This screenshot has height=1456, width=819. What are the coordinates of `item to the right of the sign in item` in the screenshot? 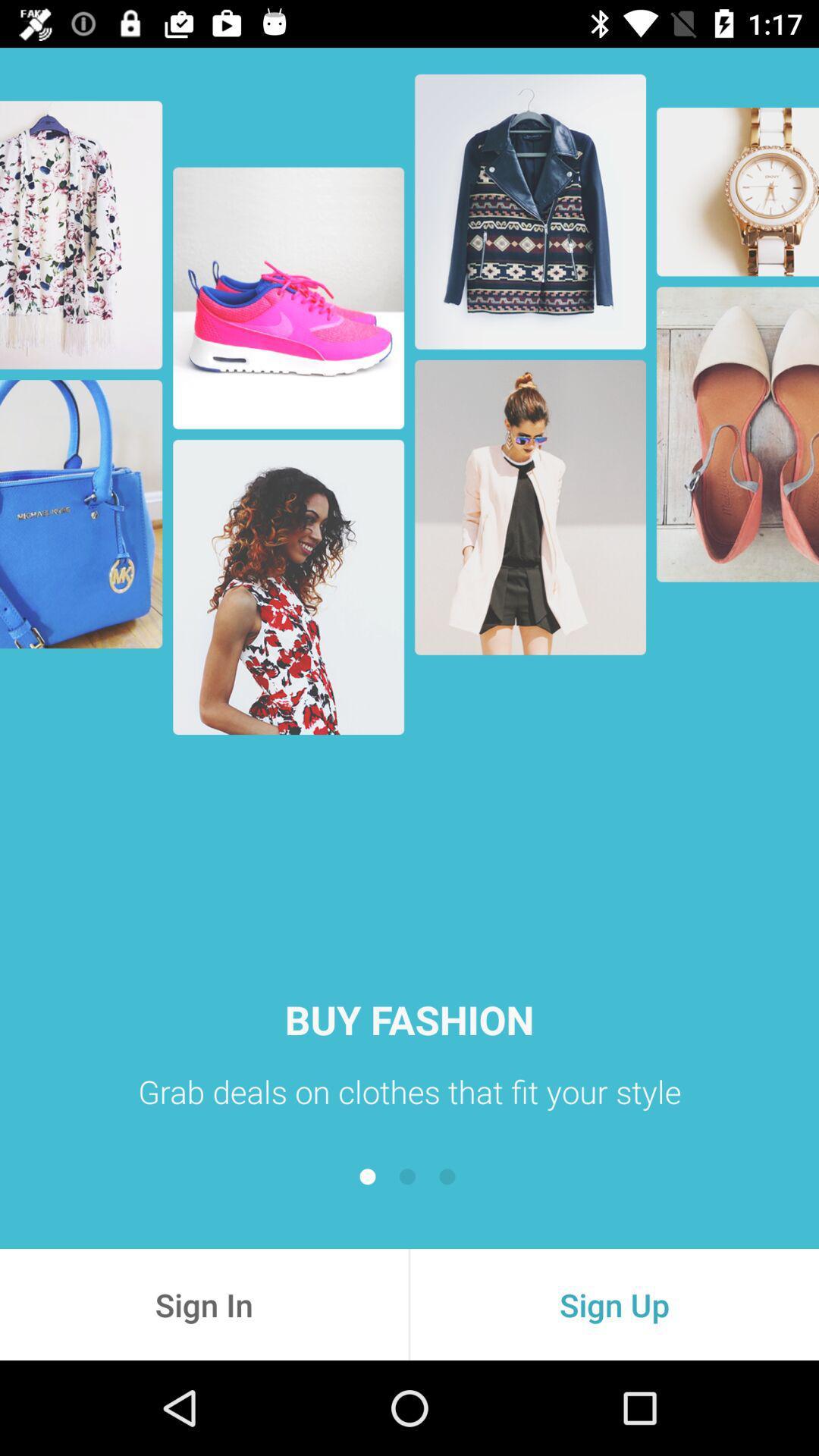 It's located at (614, 1304).